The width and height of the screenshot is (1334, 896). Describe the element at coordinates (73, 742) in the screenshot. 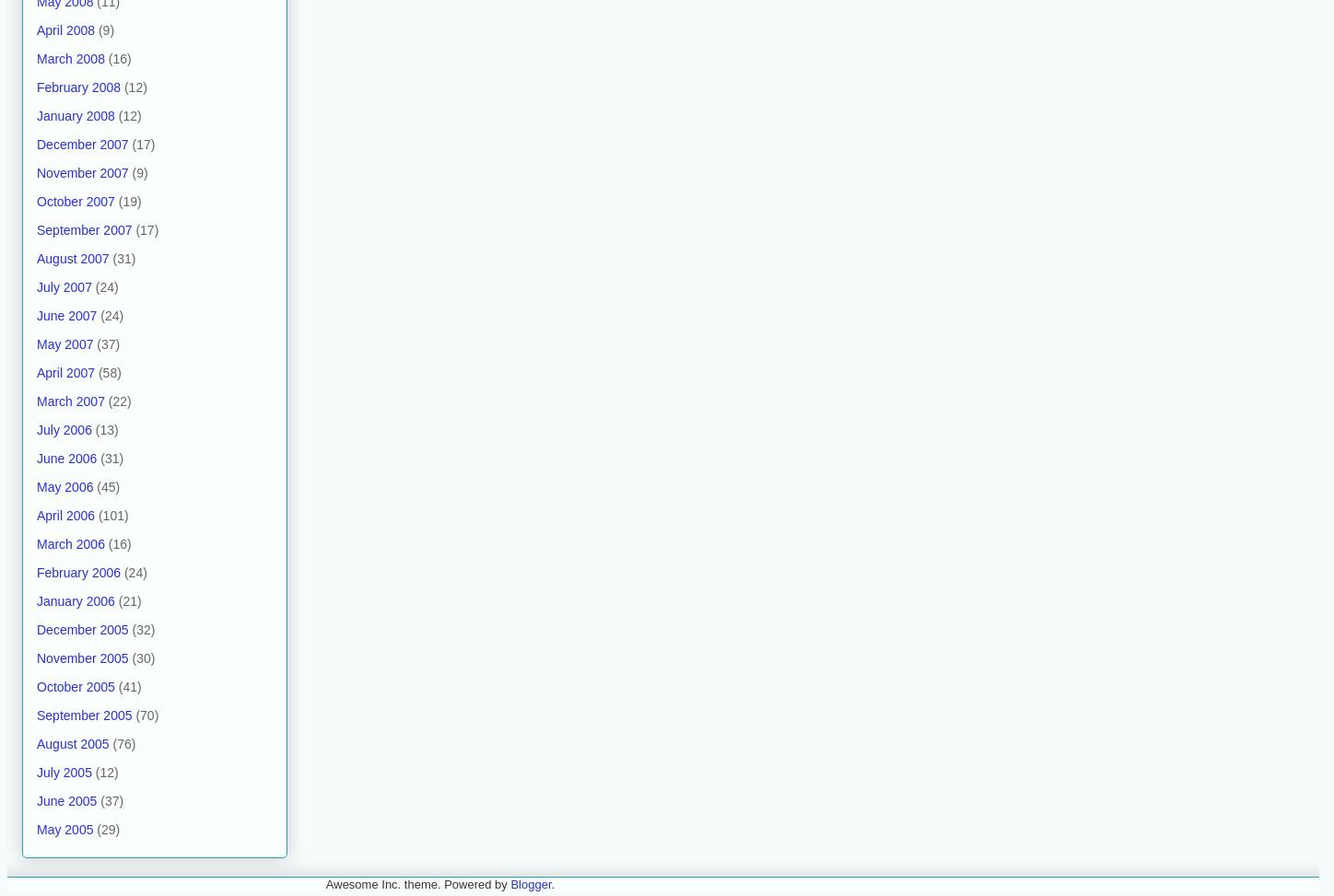

I see `'August 2005'` at that location.